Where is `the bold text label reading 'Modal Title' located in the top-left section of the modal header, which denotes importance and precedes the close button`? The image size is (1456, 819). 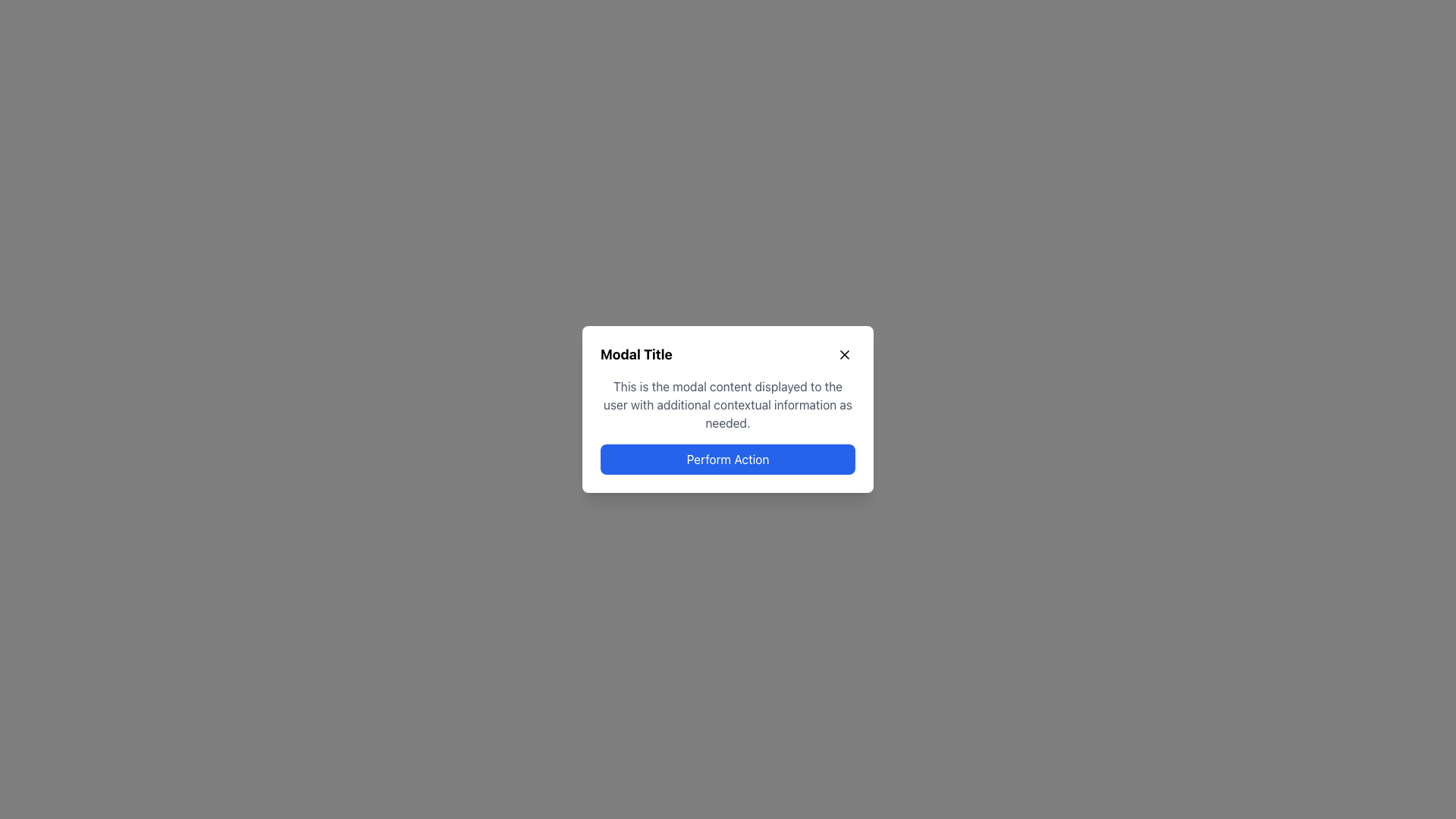 the bold text label reading 'Modal Title' located in the top-left section of the modal header, which denotes importance and precedes the close button is located at coordinates (636, 354).